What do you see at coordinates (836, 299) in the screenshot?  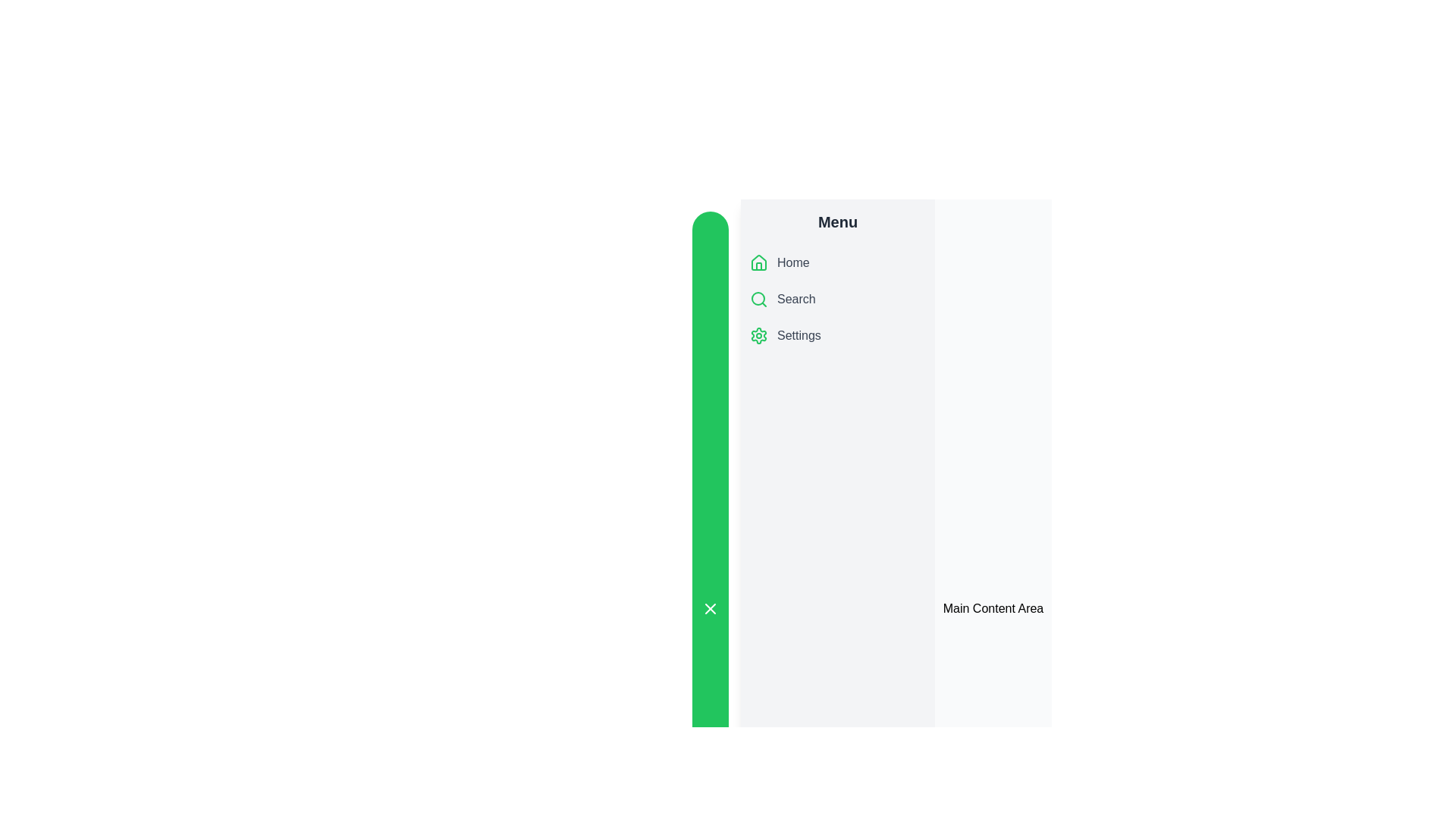 I see `the menu item Search to observe the hover effect` at bounding box center [836, 299].